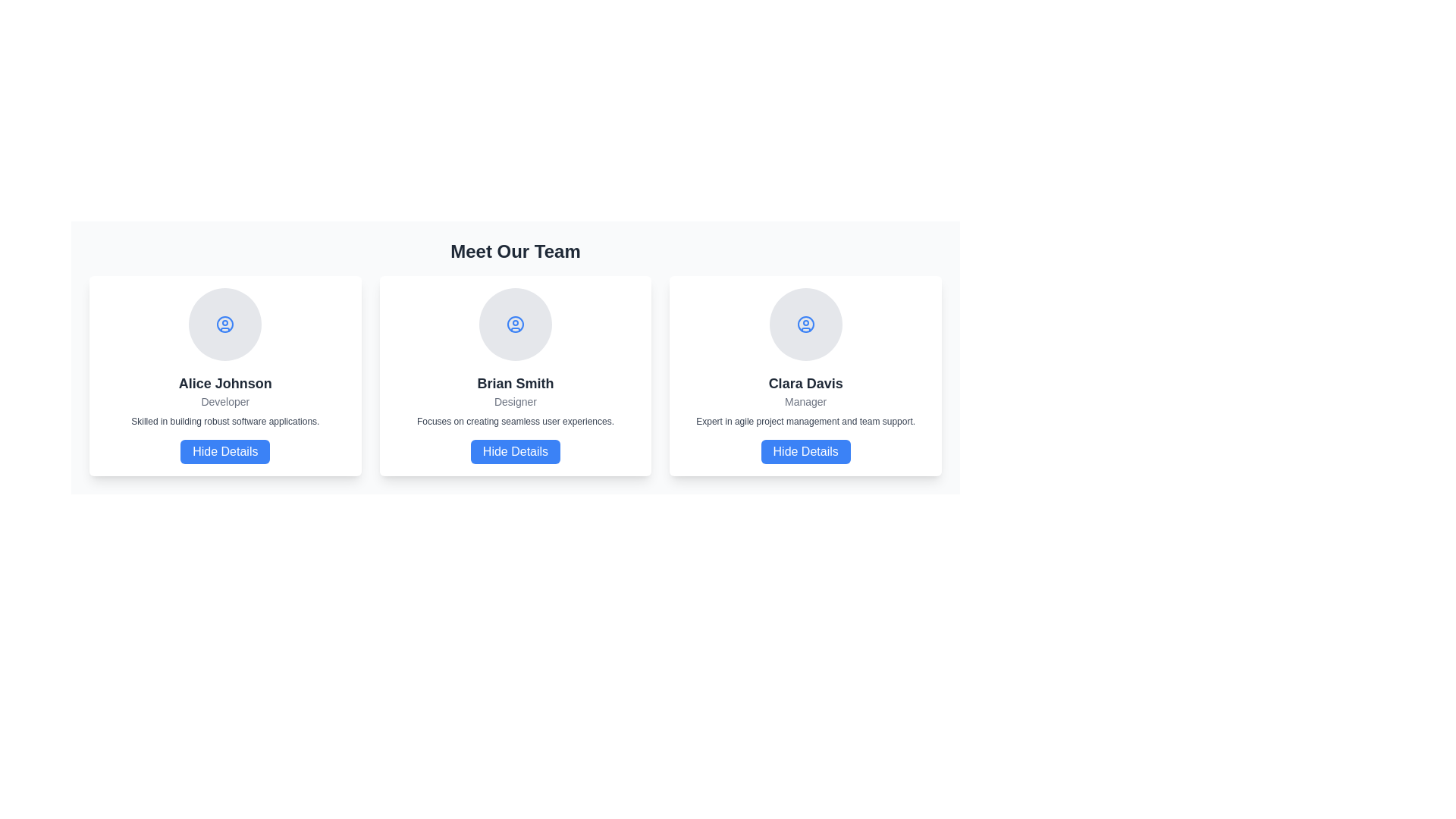 Image resolution: width=1456 pixels, height=819 pixels. Describe the element at coordinates (224, 451) in the screenshot. I see `the button at the bottom of the visual card displaying information about Alice Johnson, a Developer, to hide additional details` at that location.